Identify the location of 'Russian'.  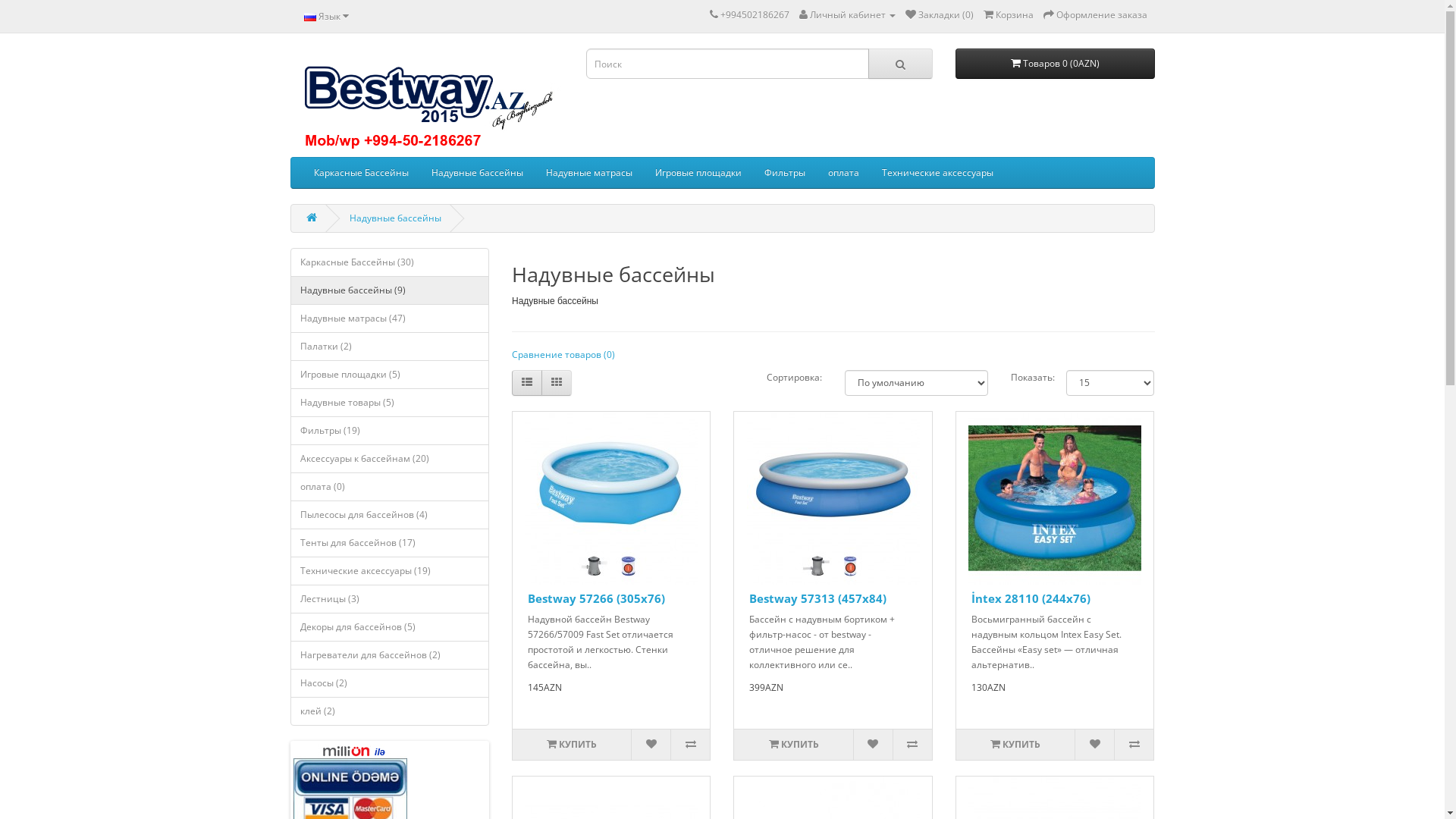
(303, 17).